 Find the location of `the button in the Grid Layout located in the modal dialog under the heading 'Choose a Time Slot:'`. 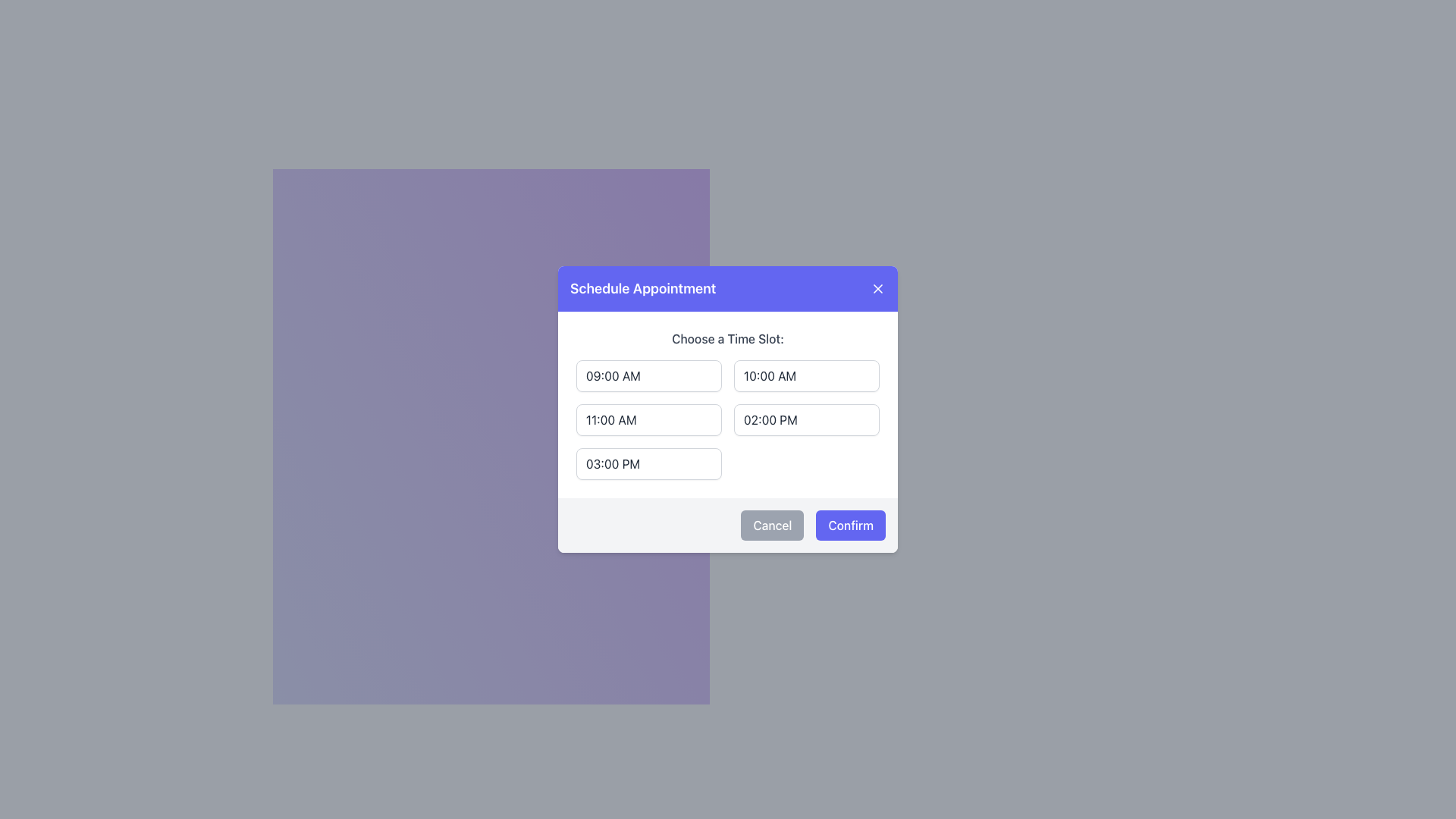

the button in the Grid Layout located in the modal dialog under the heading 'Choose a Time Slot:' is located at coordinates (728, 420).